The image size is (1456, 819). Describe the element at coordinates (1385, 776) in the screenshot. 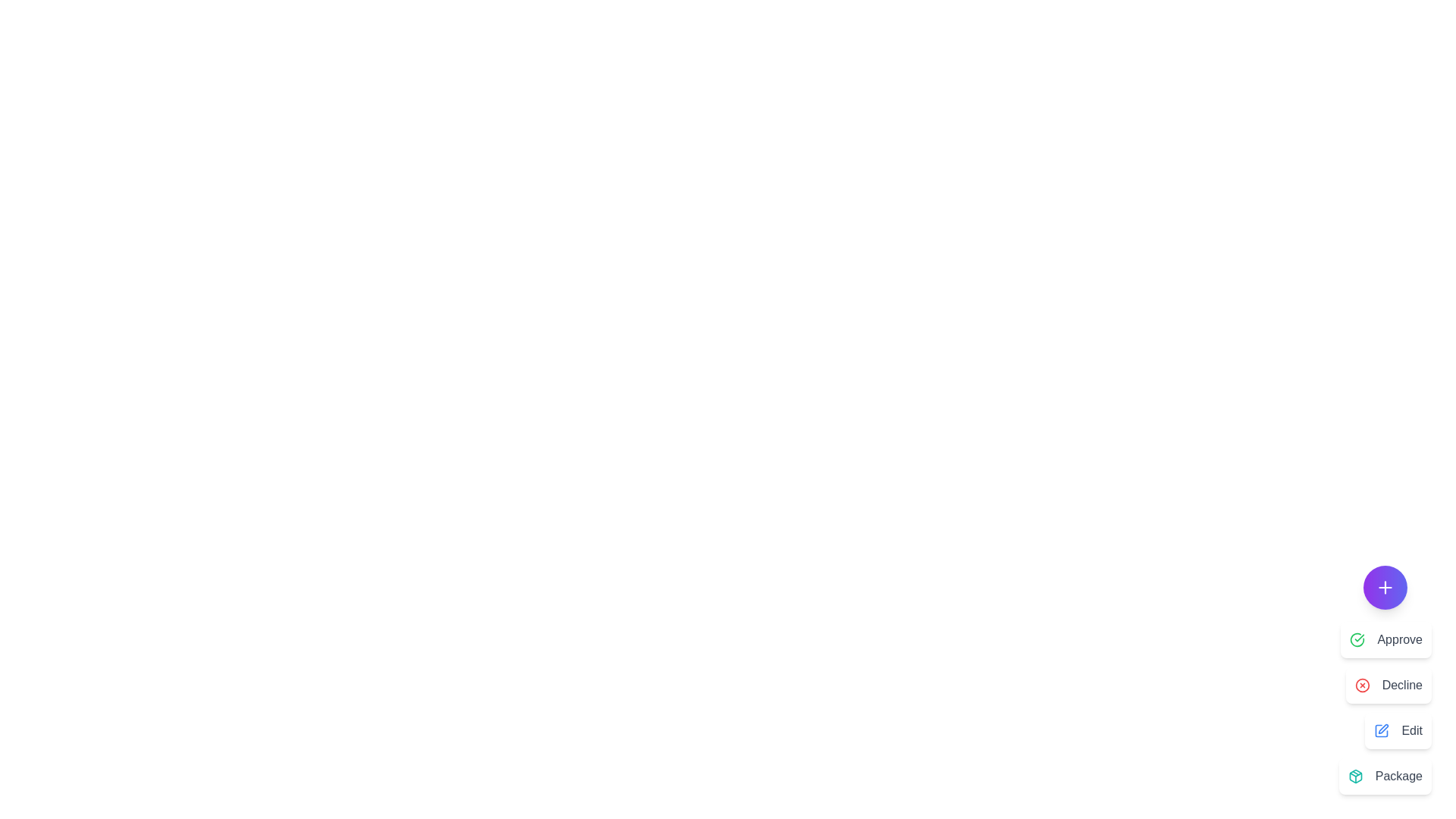

I see `the 'Package' button to activate the action` at that location.